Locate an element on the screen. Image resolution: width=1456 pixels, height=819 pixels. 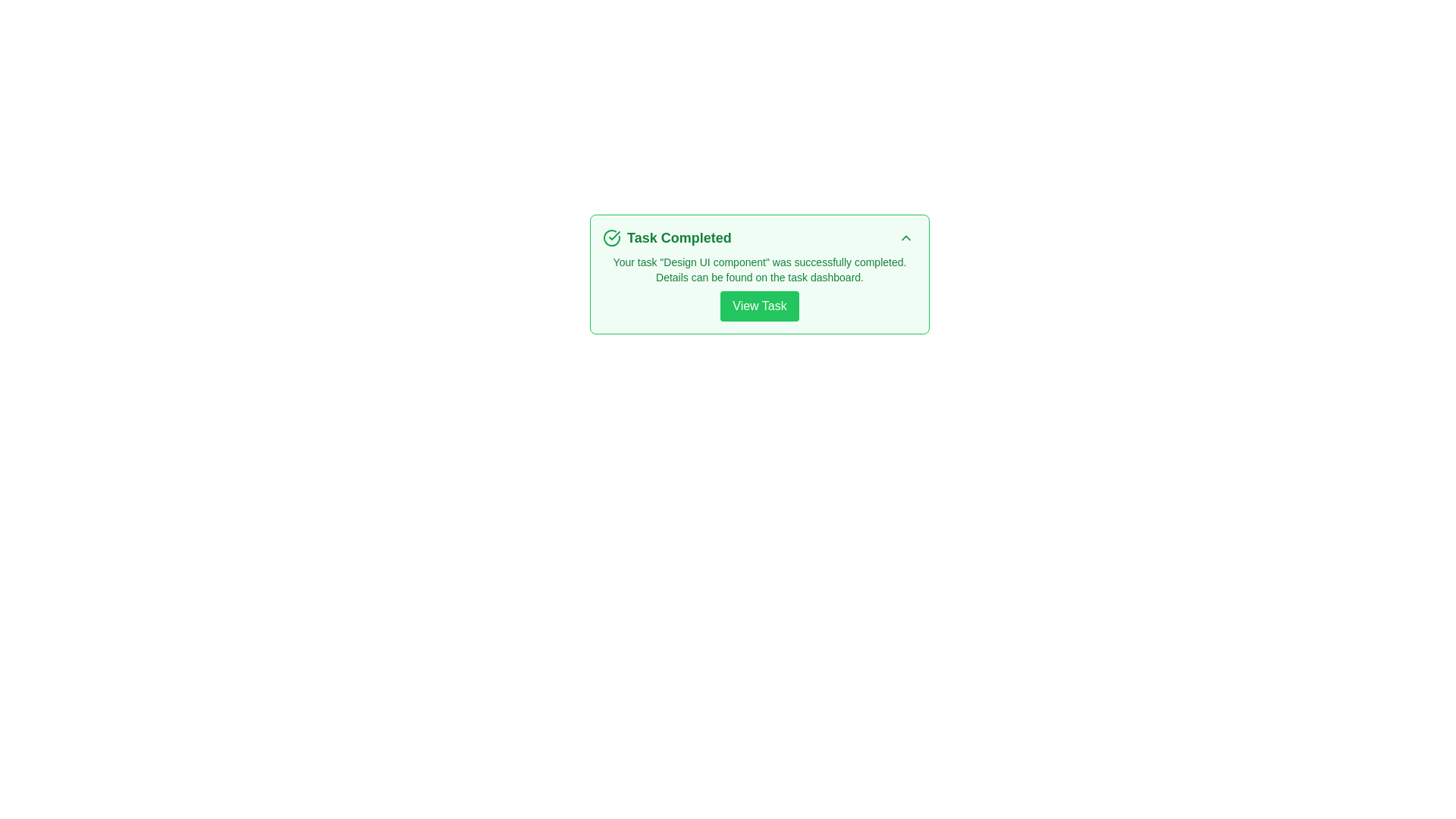
the static text label reading 'Task Completed' which is styled in a large bold green font and is located within an outlined green notification box is located at coordinates (678, 237).